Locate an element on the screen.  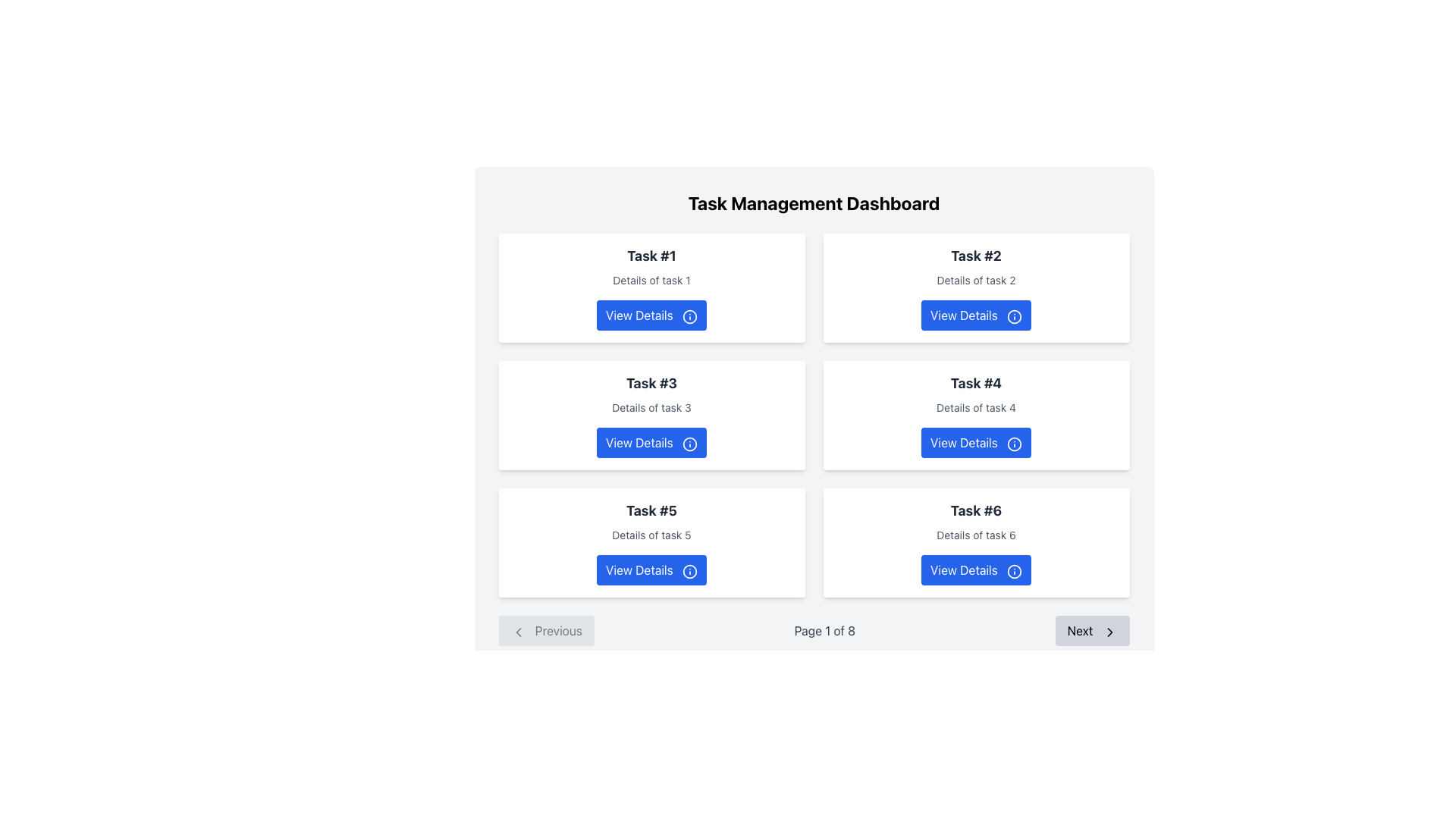
the circular Decorative Icon with an 'i' symbol located within the 'View Details' button in the bottom-left card labeled 'Task #5' is located at coordinates (689, 571).